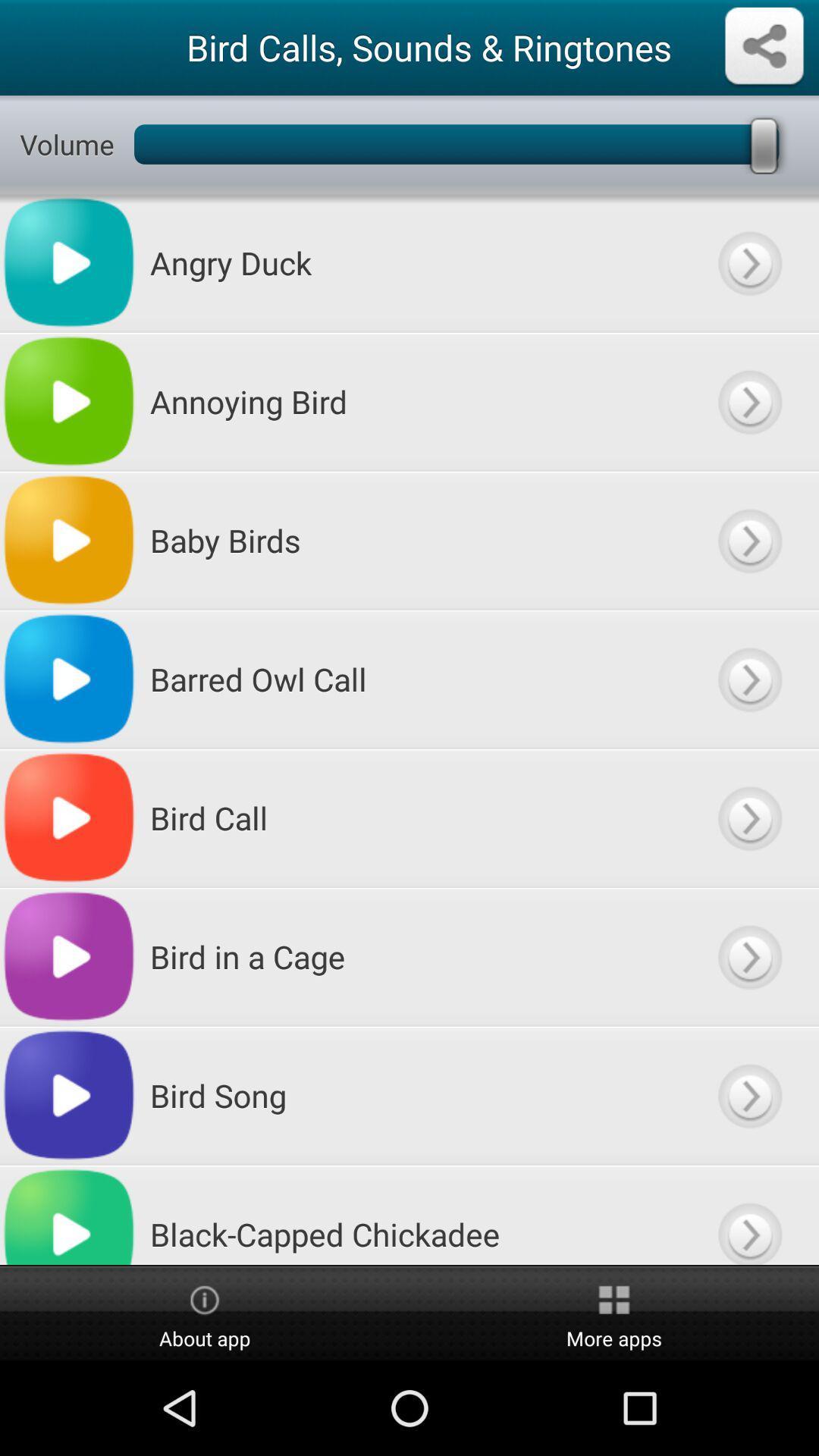  What do you see at coordinates (764, 47) in the screenshot?
I see `share button` at bounding box center [764, 47].